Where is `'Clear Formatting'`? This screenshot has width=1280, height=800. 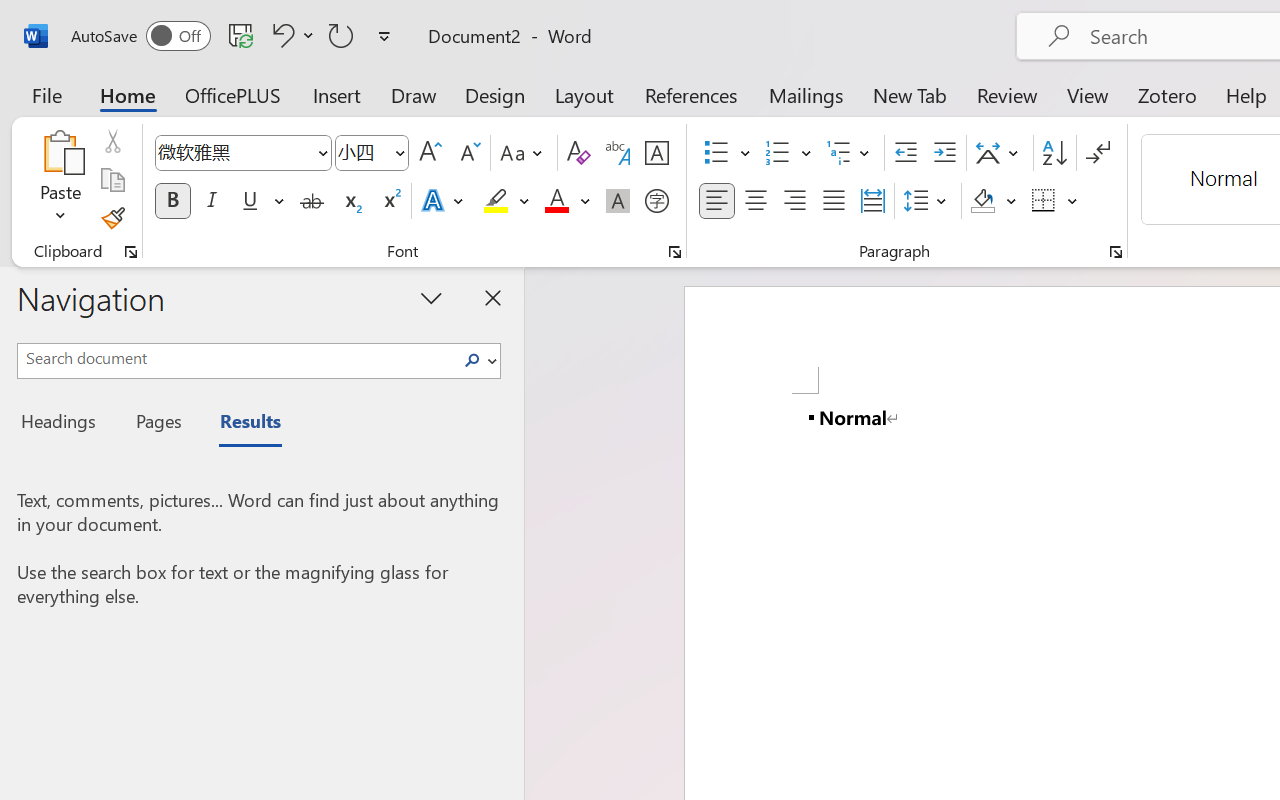
'Clear Formatting' is located at coordinates (577, 153).